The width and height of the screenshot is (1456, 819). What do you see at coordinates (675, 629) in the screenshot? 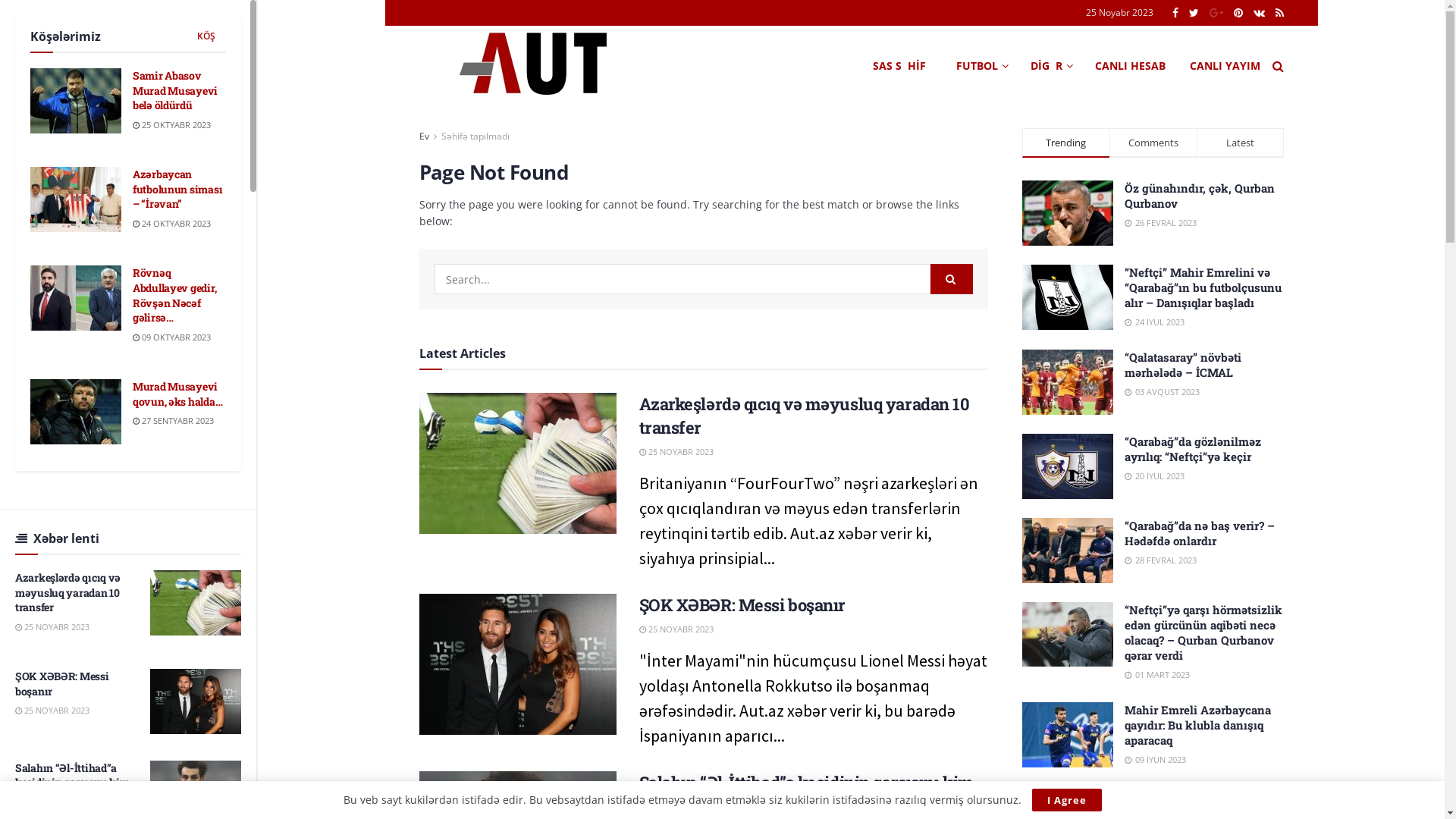
I see `'25 NOYABR 2023'` at bounding box center [675, 629].